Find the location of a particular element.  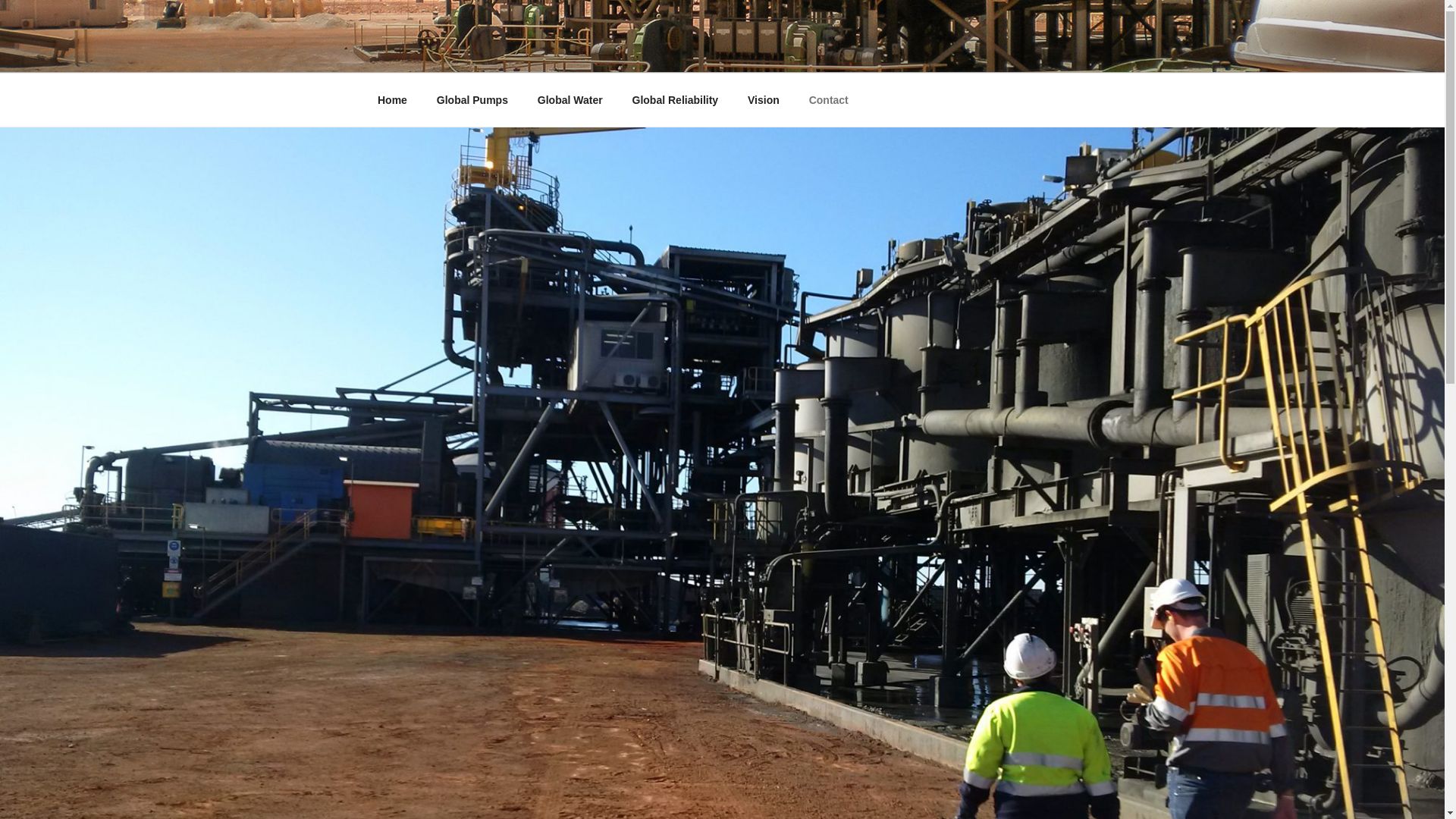

'Global Pumps' is located at coordinates (471, 100).